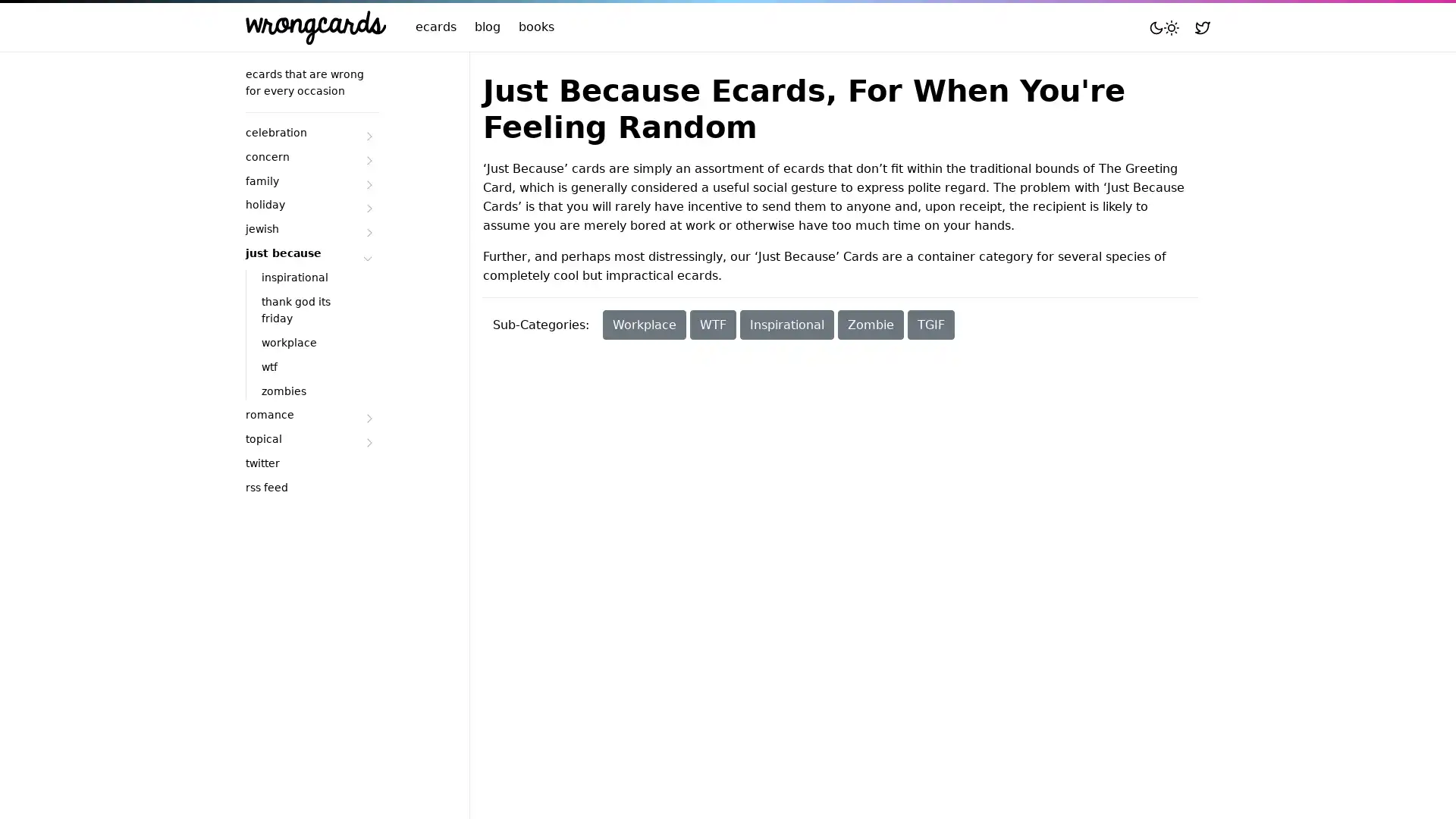 This screenshot has height=819, width=1456. Describe the element at coordinates (367, 184) in the screenshot. I see `Submenu` at that location.